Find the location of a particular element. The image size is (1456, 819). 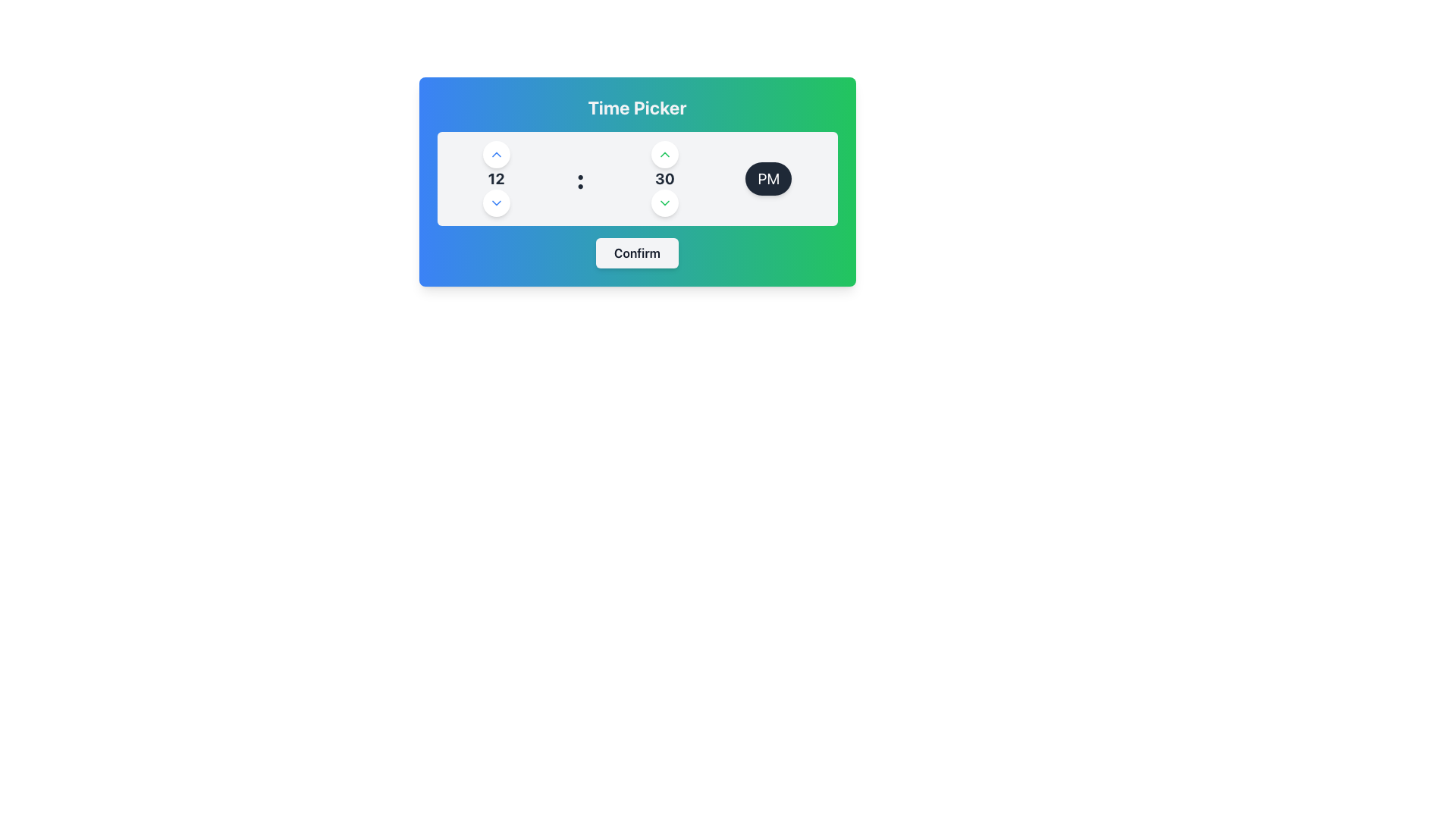

the increment button located above the number '30' in the time picker interface to observe potential visual feedback is located at coordinates (665, 155).